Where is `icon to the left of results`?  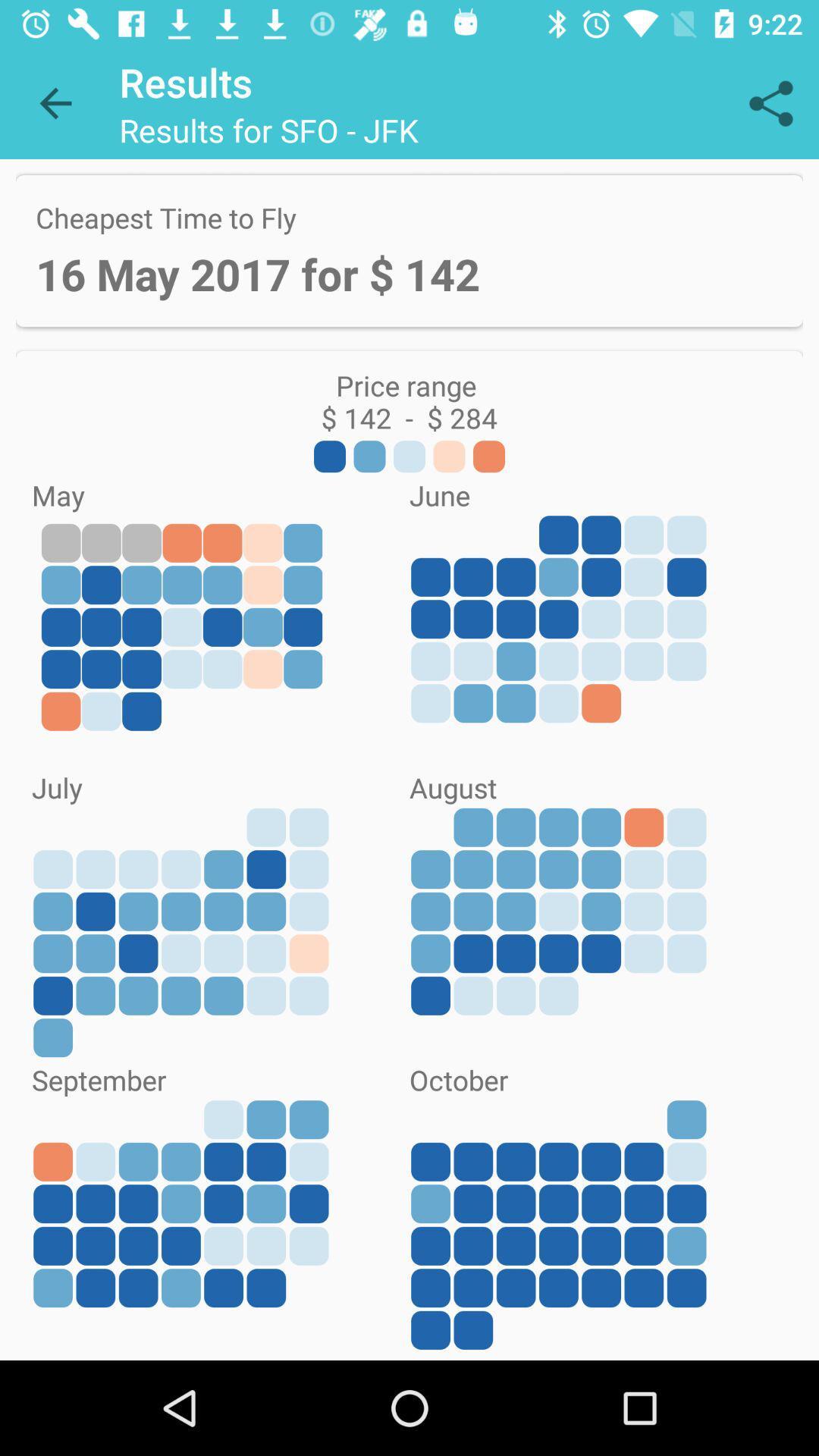 icon to the left of results is located at coordinates (55, 102).